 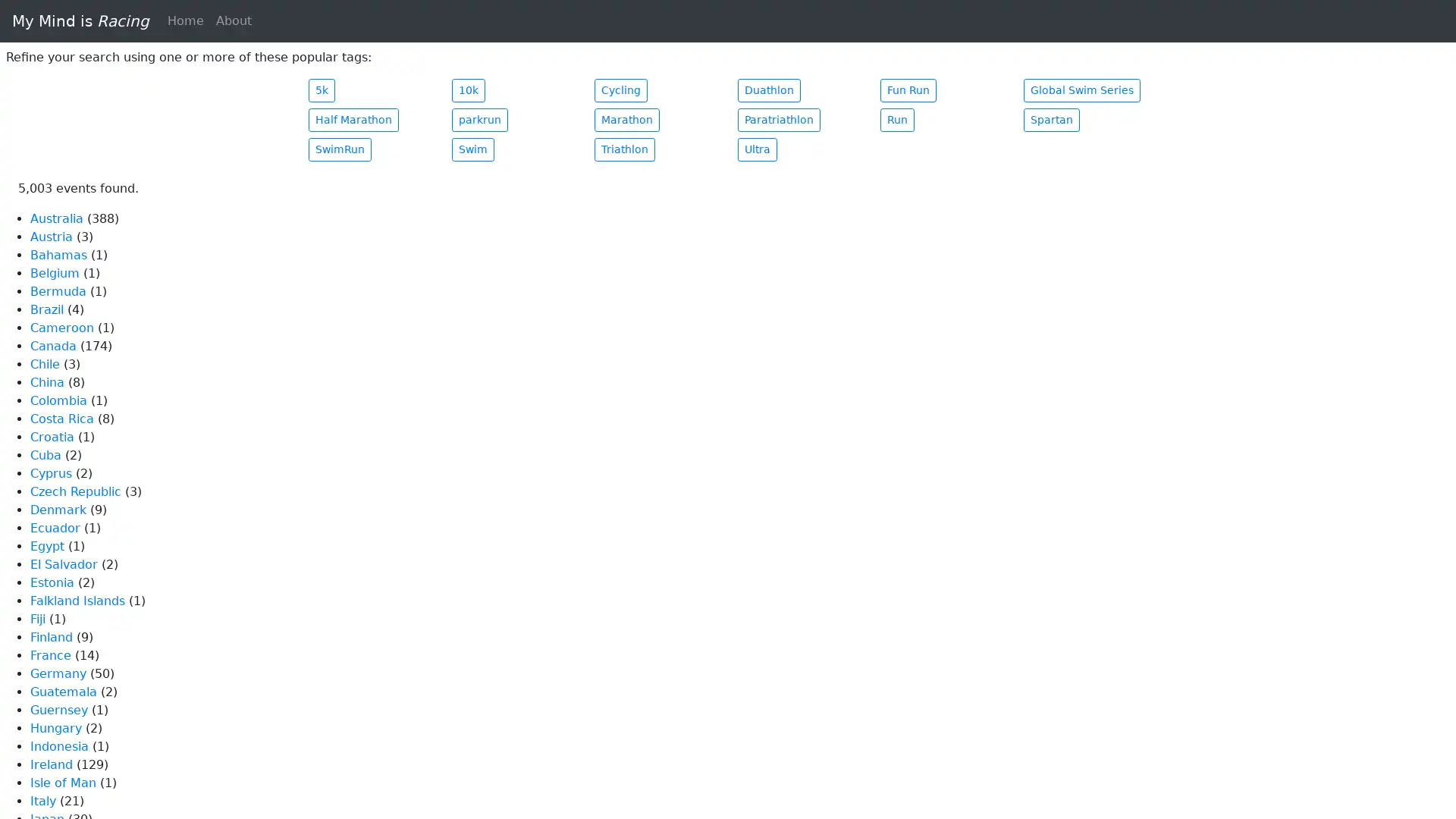 I want to click on 5k, so click(x=321, y=90).